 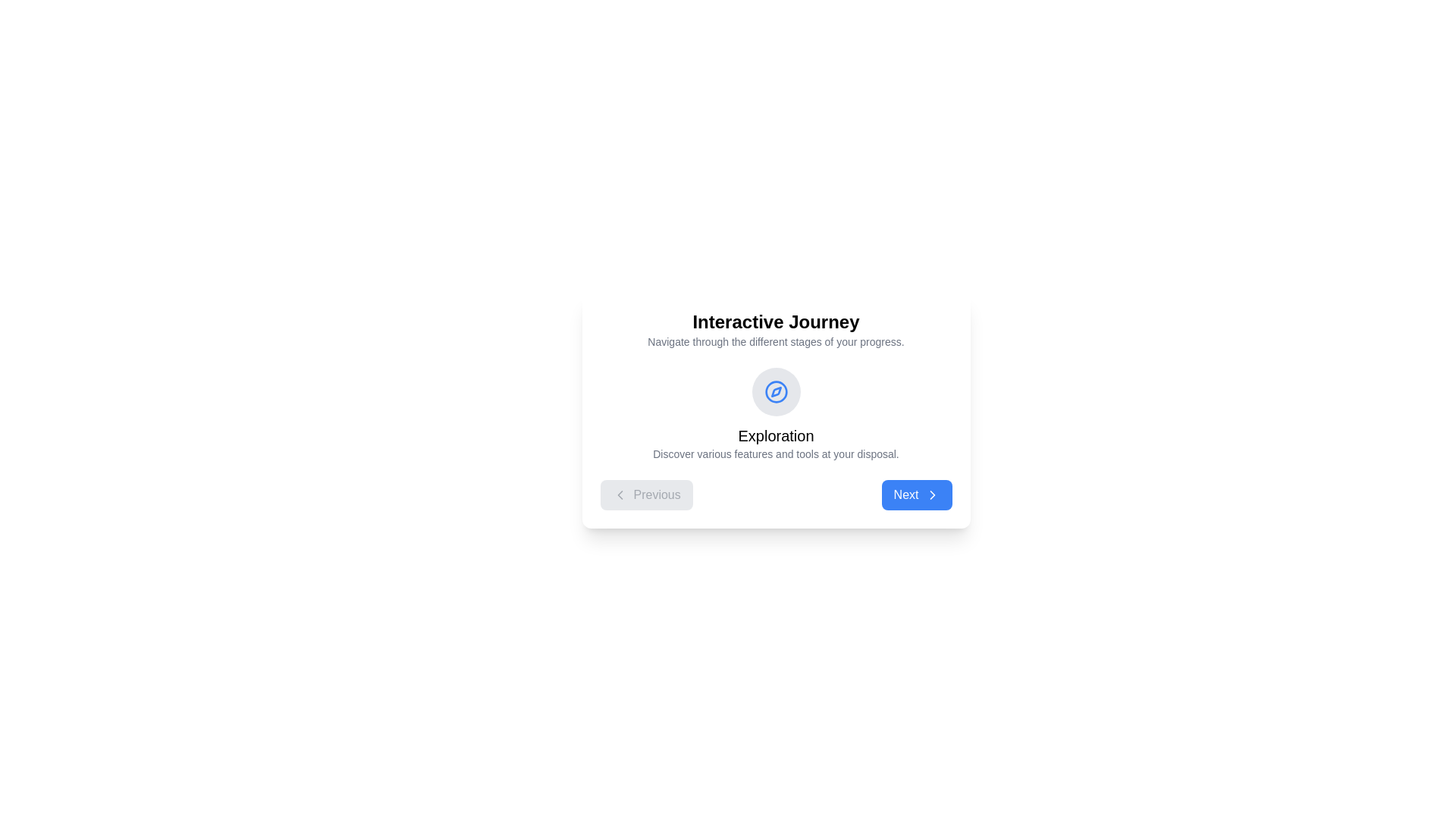 What do you see at coordinates (776, 415) in the screenshot?
I see `text within the Feature card, which includes the heading 'Exploration' and the description 'Discover various features and tools at your disposal.'` at bounding box center [776, 415].